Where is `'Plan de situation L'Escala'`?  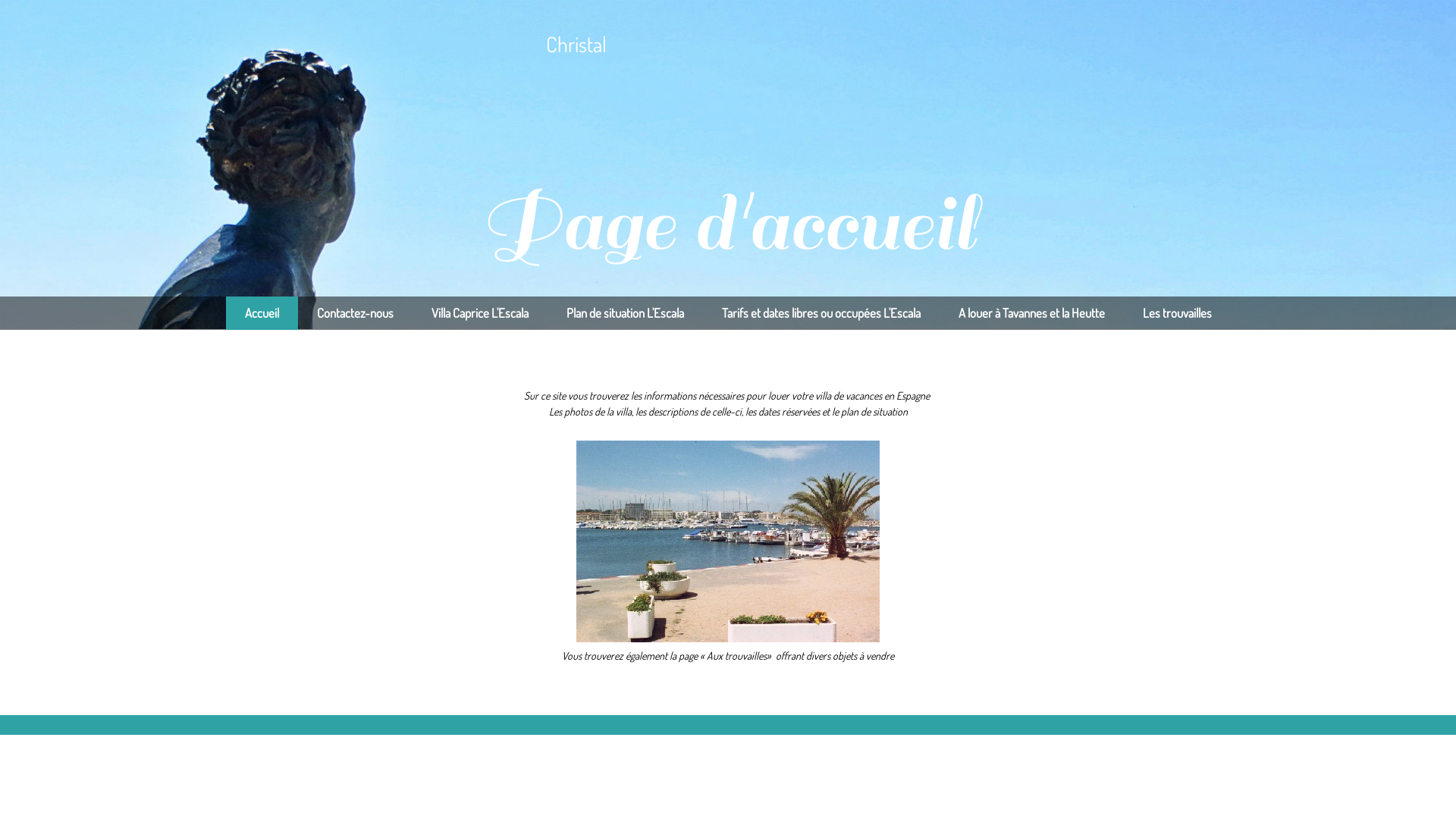
'Plan de situation L'Escala' is located at coordinates (625, 312).